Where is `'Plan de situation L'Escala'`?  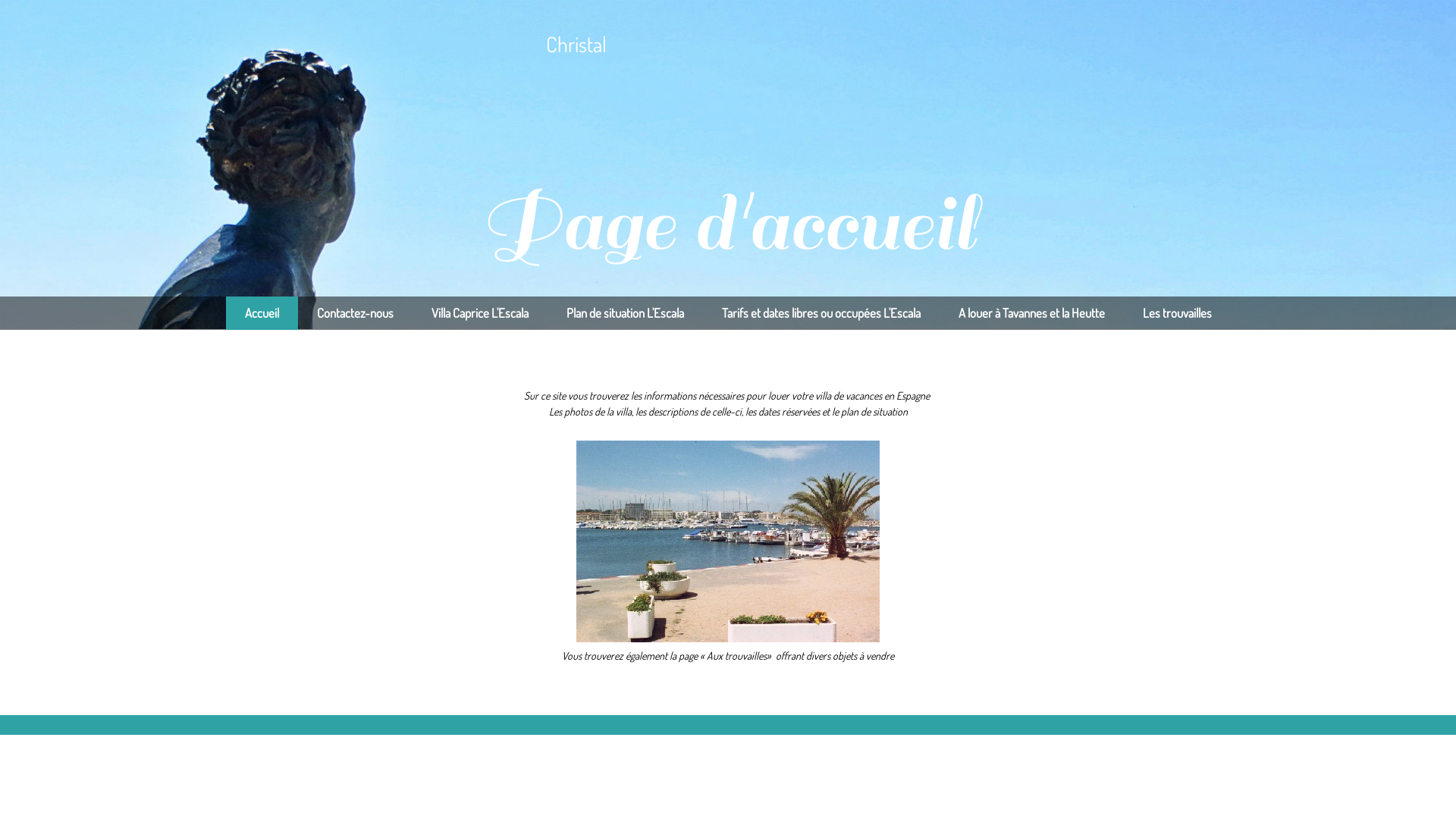
'Plan de situation L'Escala' is located at coordinates (625, 312).